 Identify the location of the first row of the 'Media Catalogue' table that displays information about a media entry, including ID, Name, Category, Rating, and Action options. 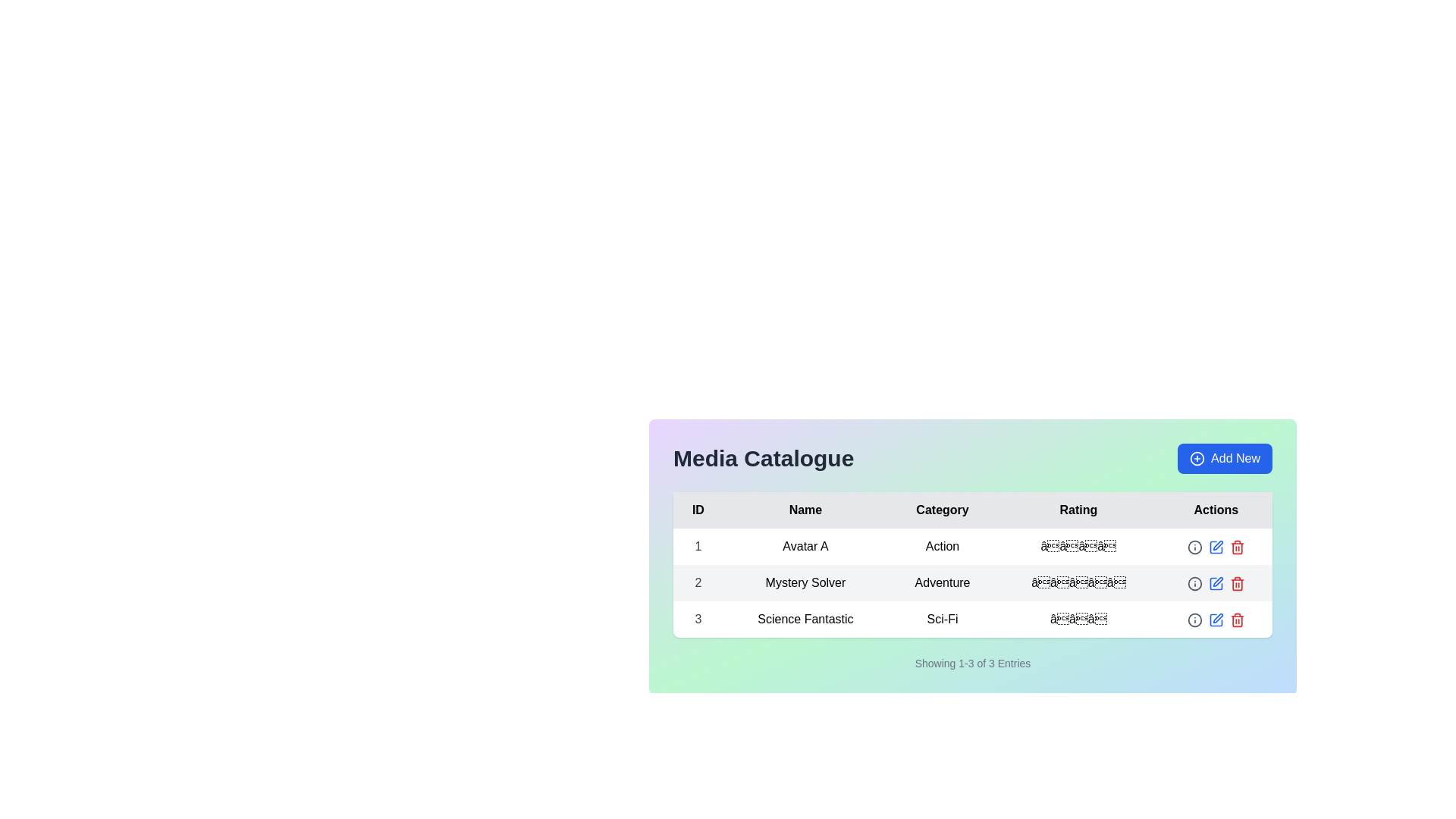
(972, 547).